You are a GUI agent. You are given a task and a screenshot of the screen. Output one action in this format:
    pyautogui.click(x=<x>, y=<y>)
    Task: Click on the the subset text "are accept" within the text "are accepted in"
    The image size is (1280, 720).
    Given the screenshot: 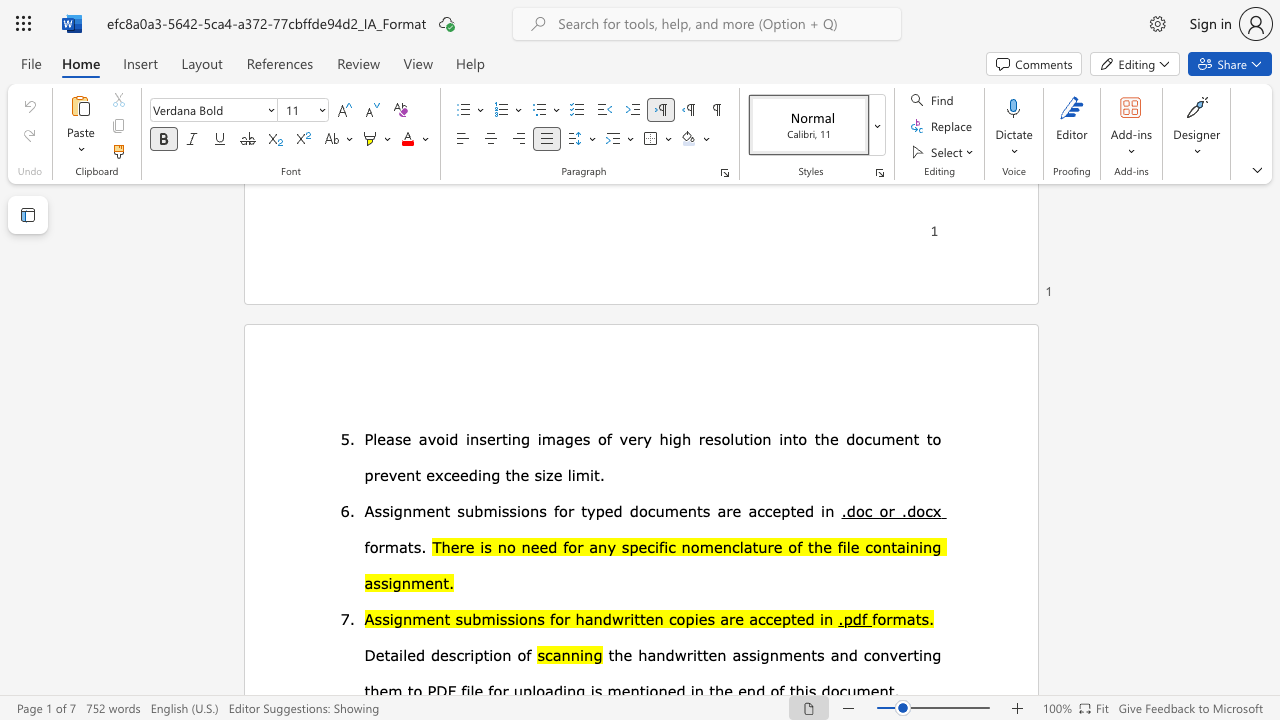 What is the action you would take?
    pyautogui.click(x=717, y=509)
    